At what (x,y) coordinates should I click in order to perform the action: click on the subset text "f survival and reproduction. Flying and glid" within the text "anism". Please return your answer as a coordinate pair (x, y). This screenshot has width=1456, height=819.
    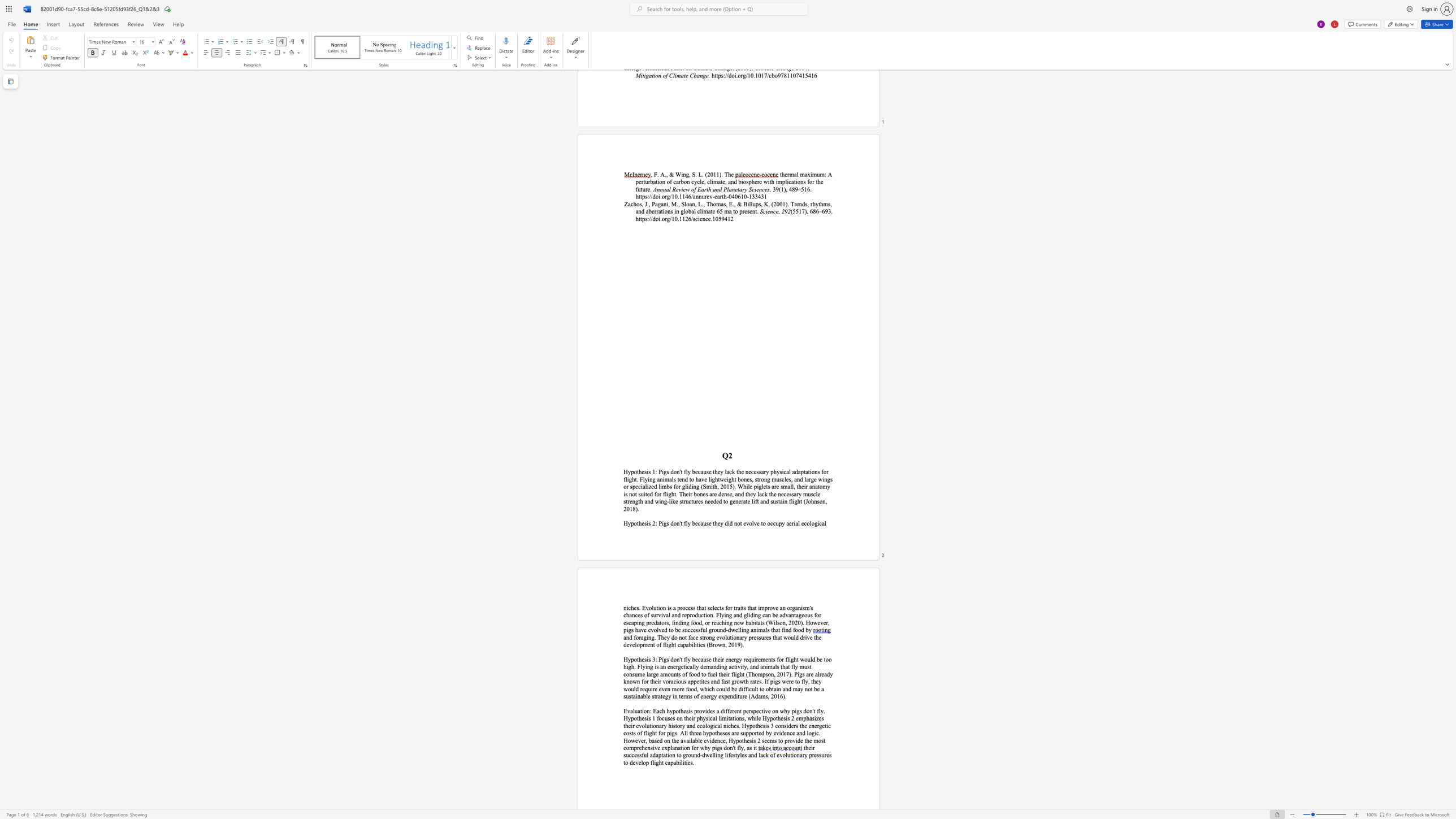
    Looking at the image, I should click on (647, 615).